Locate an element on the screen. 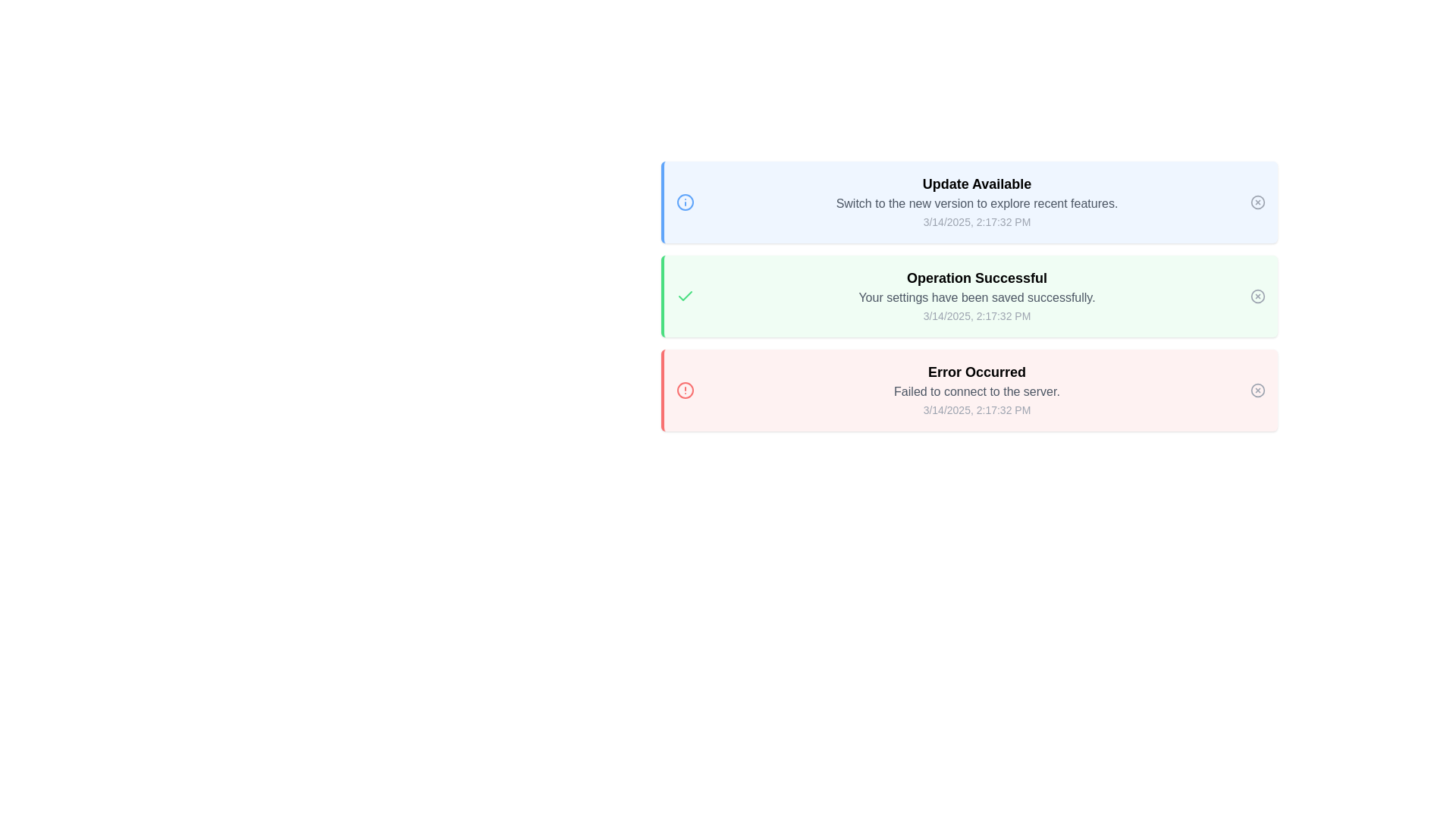  the bold and large text header displaying 'Error Occurred', which is styled with a light red background and indicates an error context is located at coordinates (977, 372).